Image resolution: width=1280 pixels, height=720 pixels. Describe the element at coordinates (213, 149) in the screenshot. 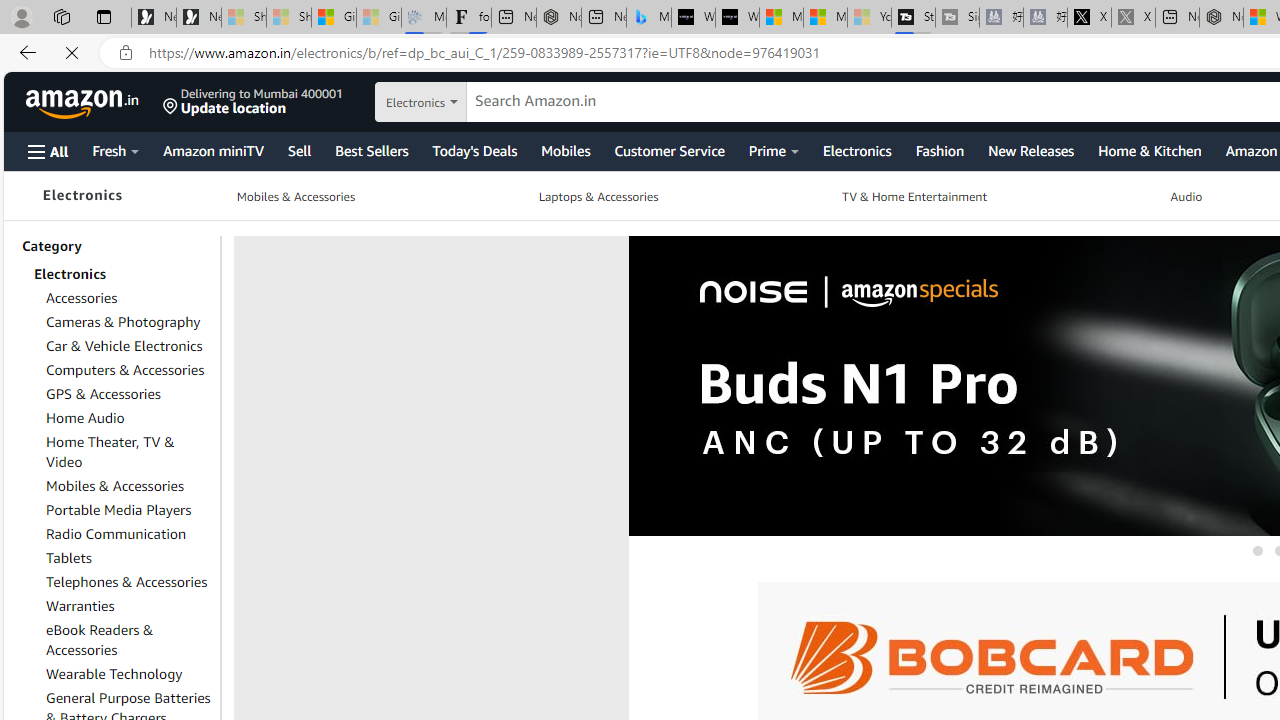

I see `'Amazon miniTV'` at that location.